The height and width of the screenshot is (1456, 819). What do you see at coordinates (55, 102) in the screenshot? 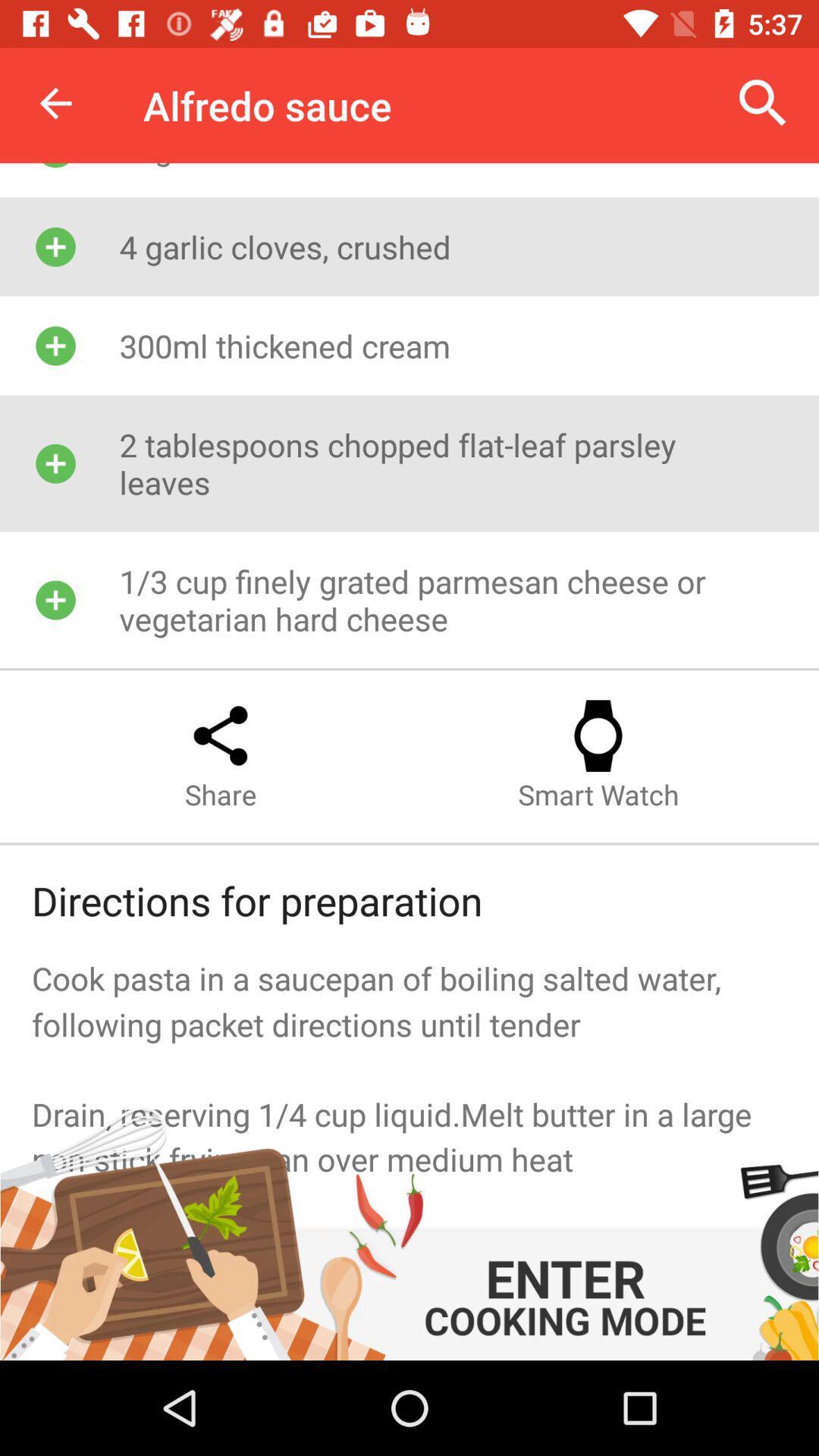
I see `the item next to alfredo sauce item` at bounding box center [55, 102].